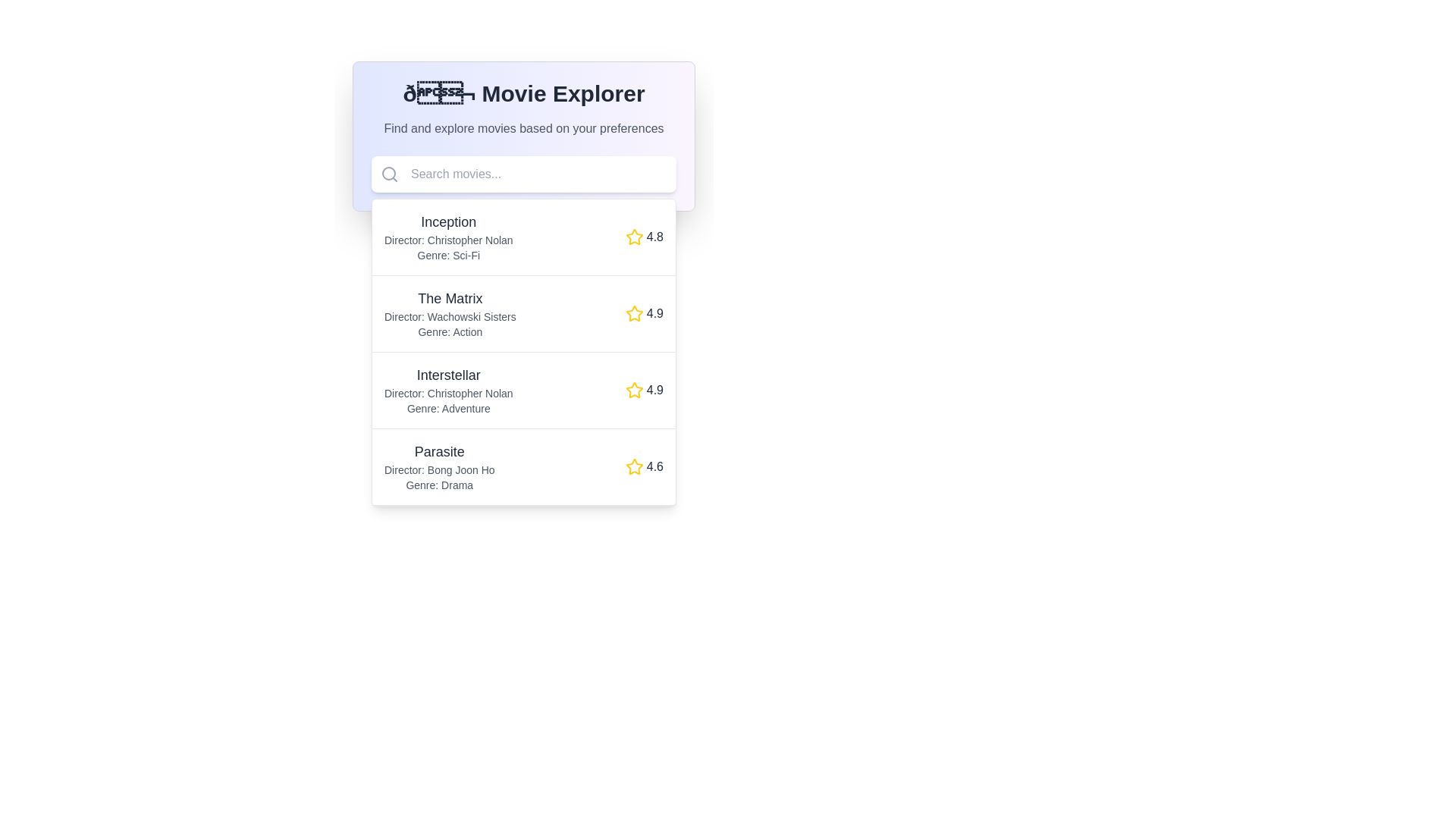 The image size is (1456, 819). I want to click on the star icon representing the rating for the movie 'Interstellar', which is located in the third row from the top and shows a rating value of '4.9', so click(634, 390).